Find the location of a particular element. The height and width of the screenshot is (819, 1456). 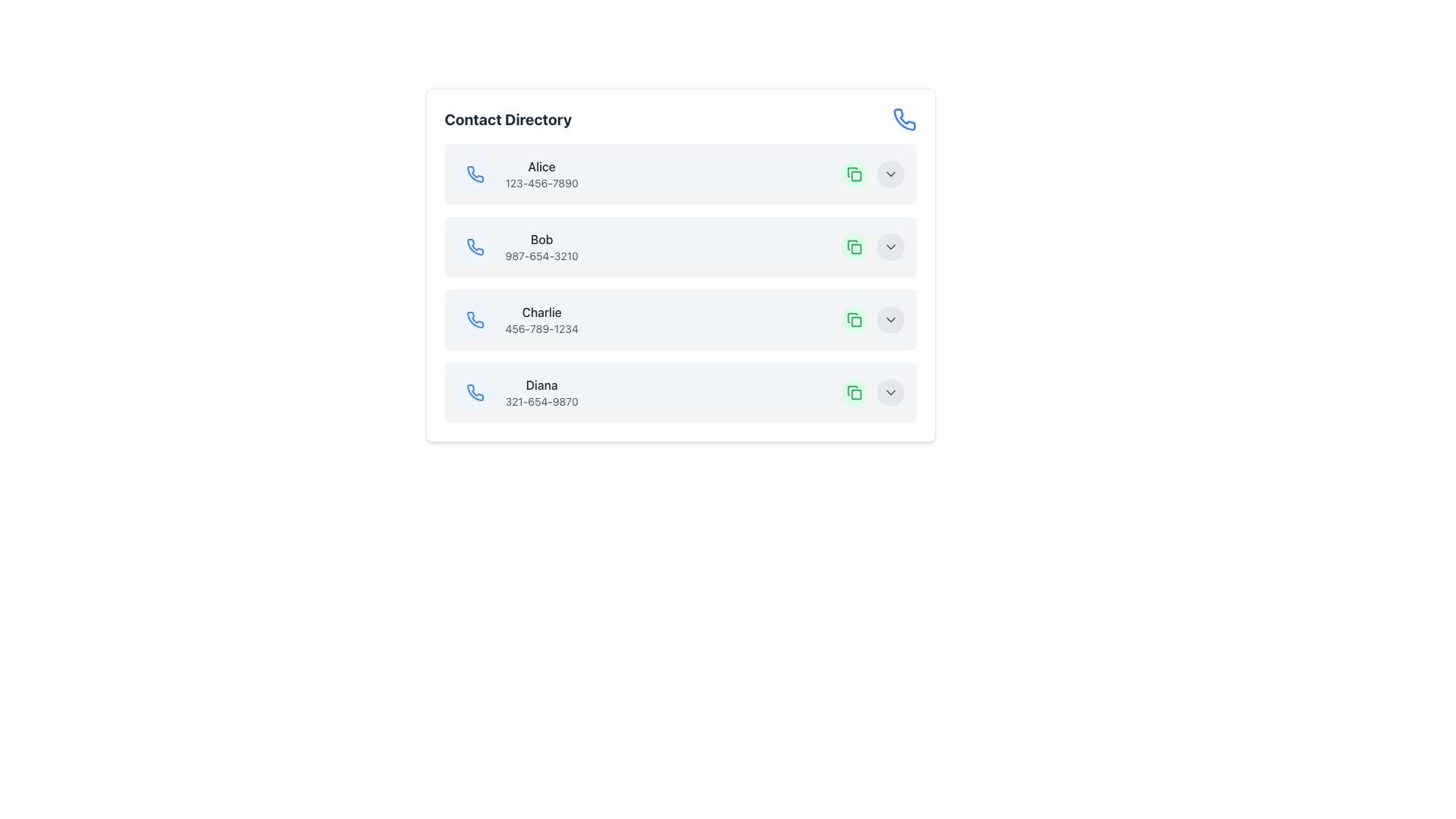

the read-only text label displaying the contact number for user 'Alice', located underneath her name in the first contact entry is located at coordinates (541, 183).